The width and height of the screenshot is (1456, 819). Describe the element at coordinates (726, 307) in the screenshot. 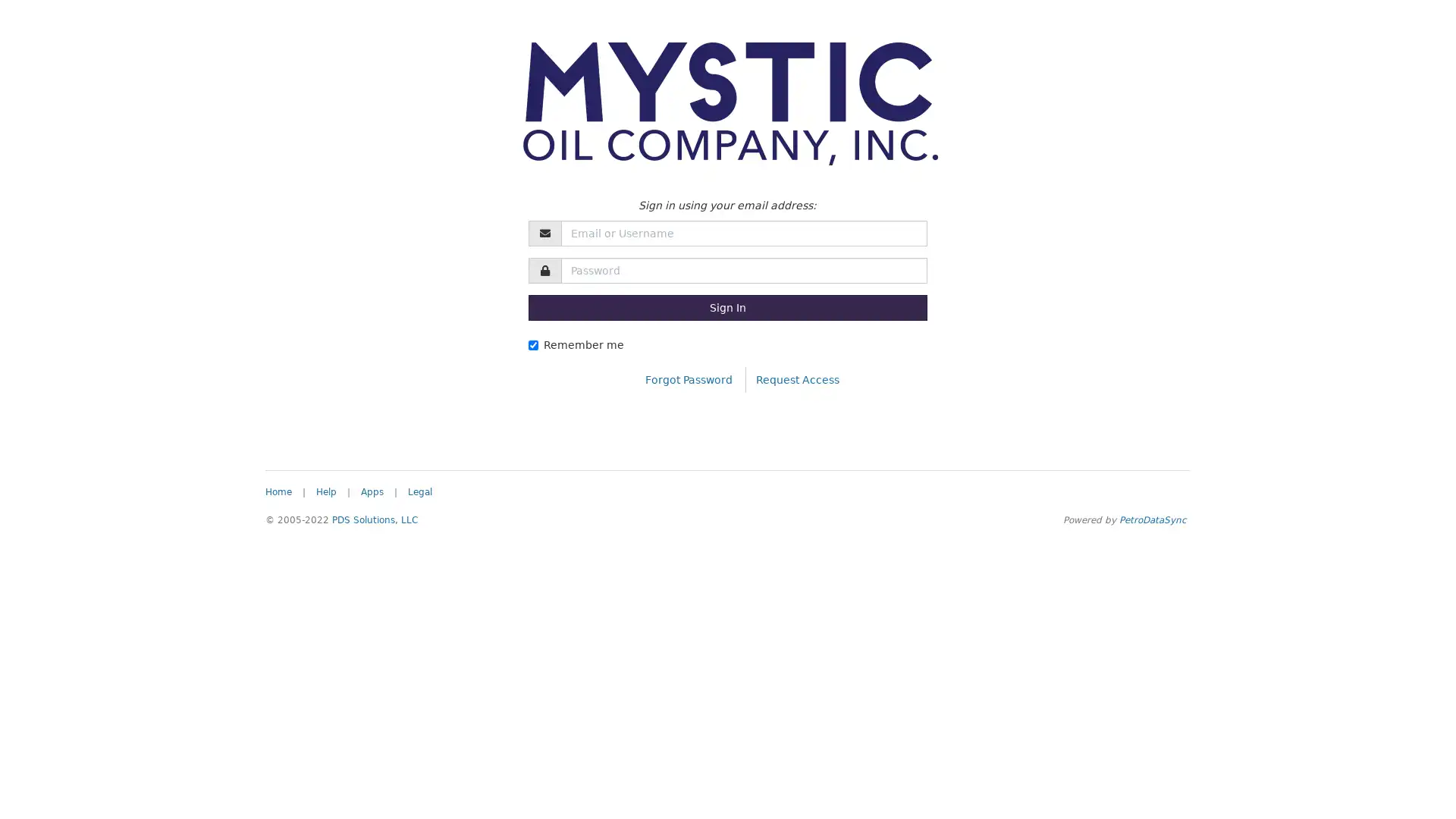

I see `Sign In` at that location.